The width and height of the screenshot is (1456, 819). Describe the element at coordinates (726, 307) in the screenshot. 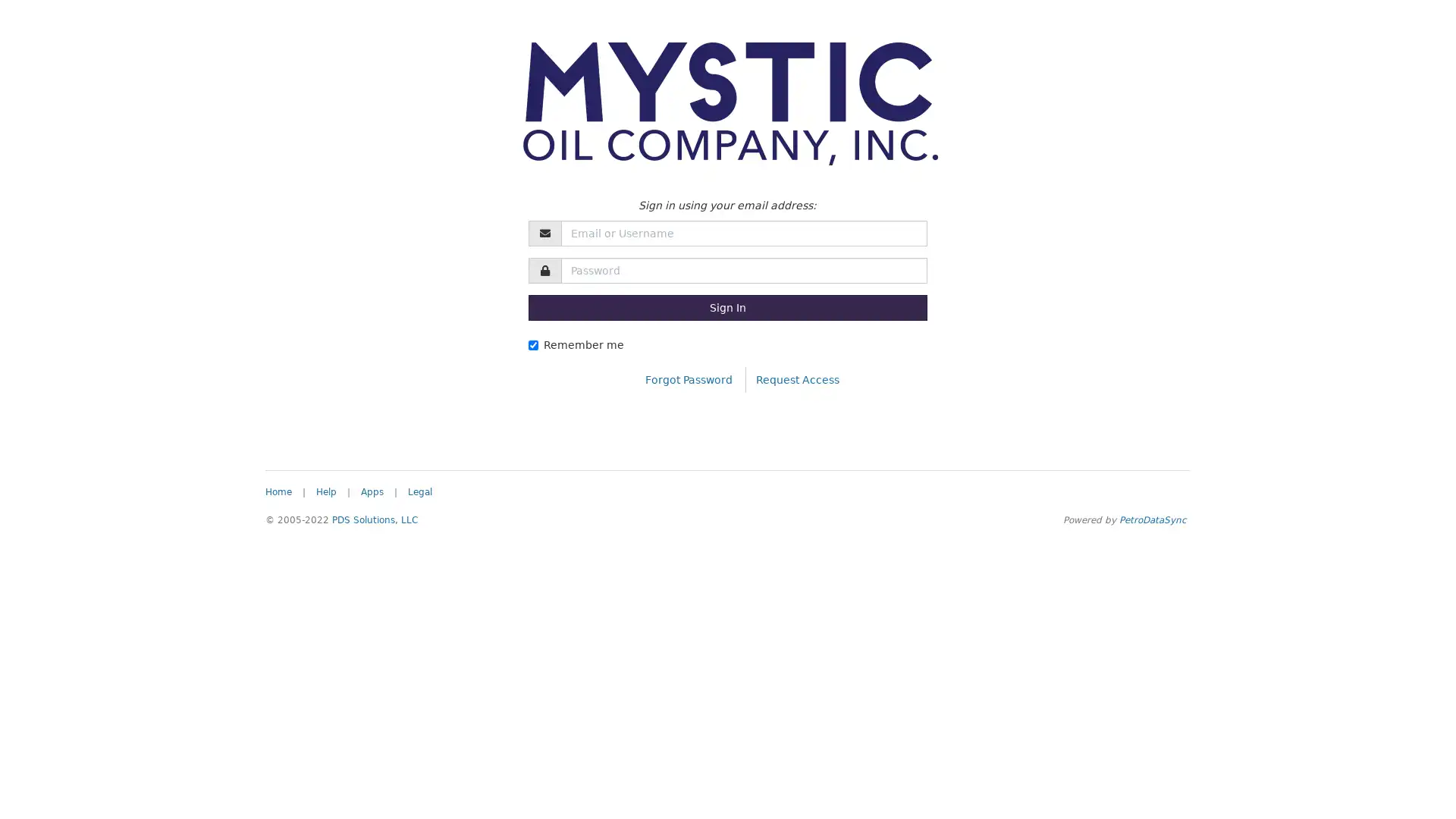

I see `Sign In` at that location.